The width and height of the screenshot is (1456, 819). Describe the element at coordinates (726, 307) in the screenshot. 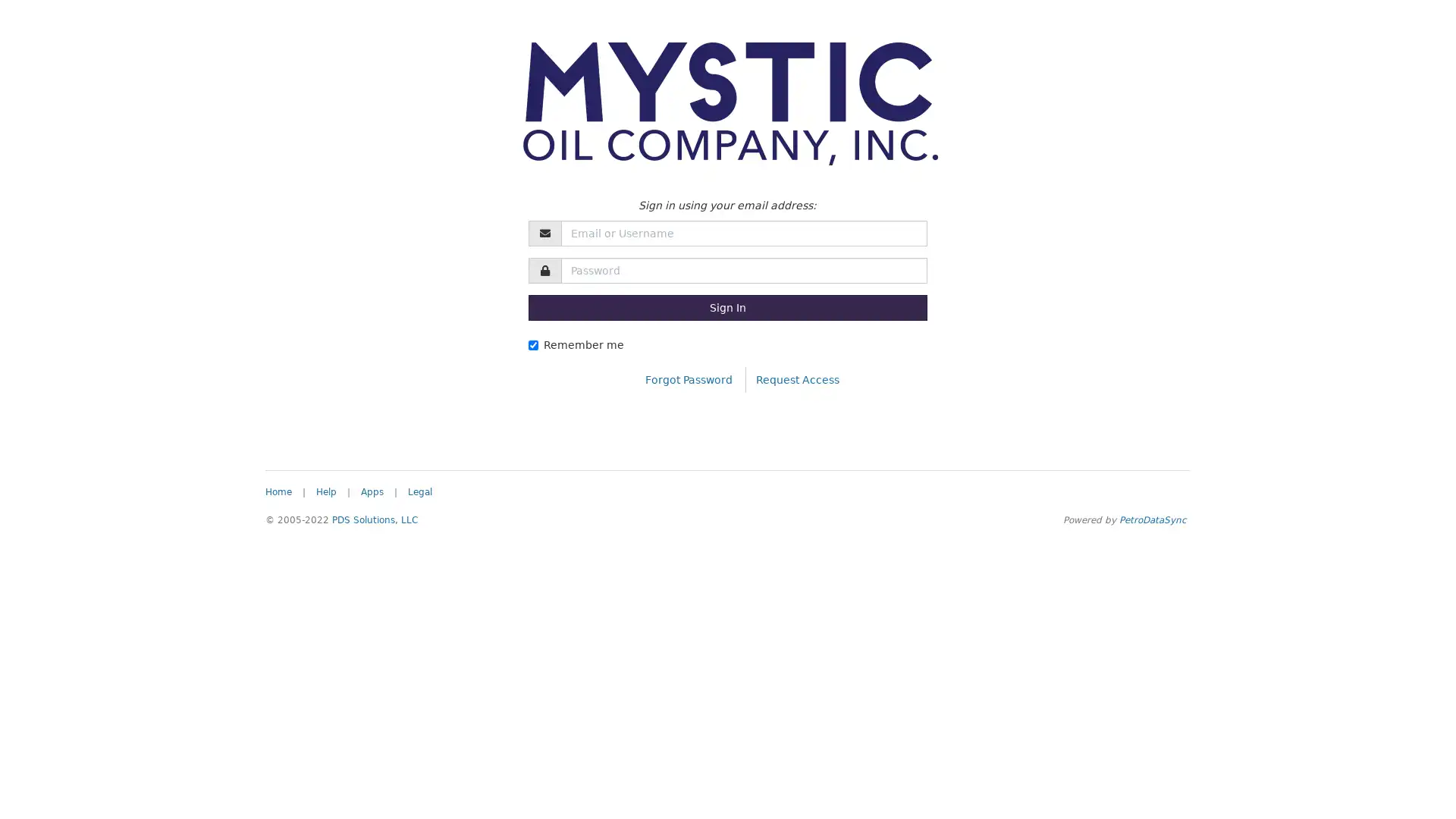

I see `Sign In` at that location.